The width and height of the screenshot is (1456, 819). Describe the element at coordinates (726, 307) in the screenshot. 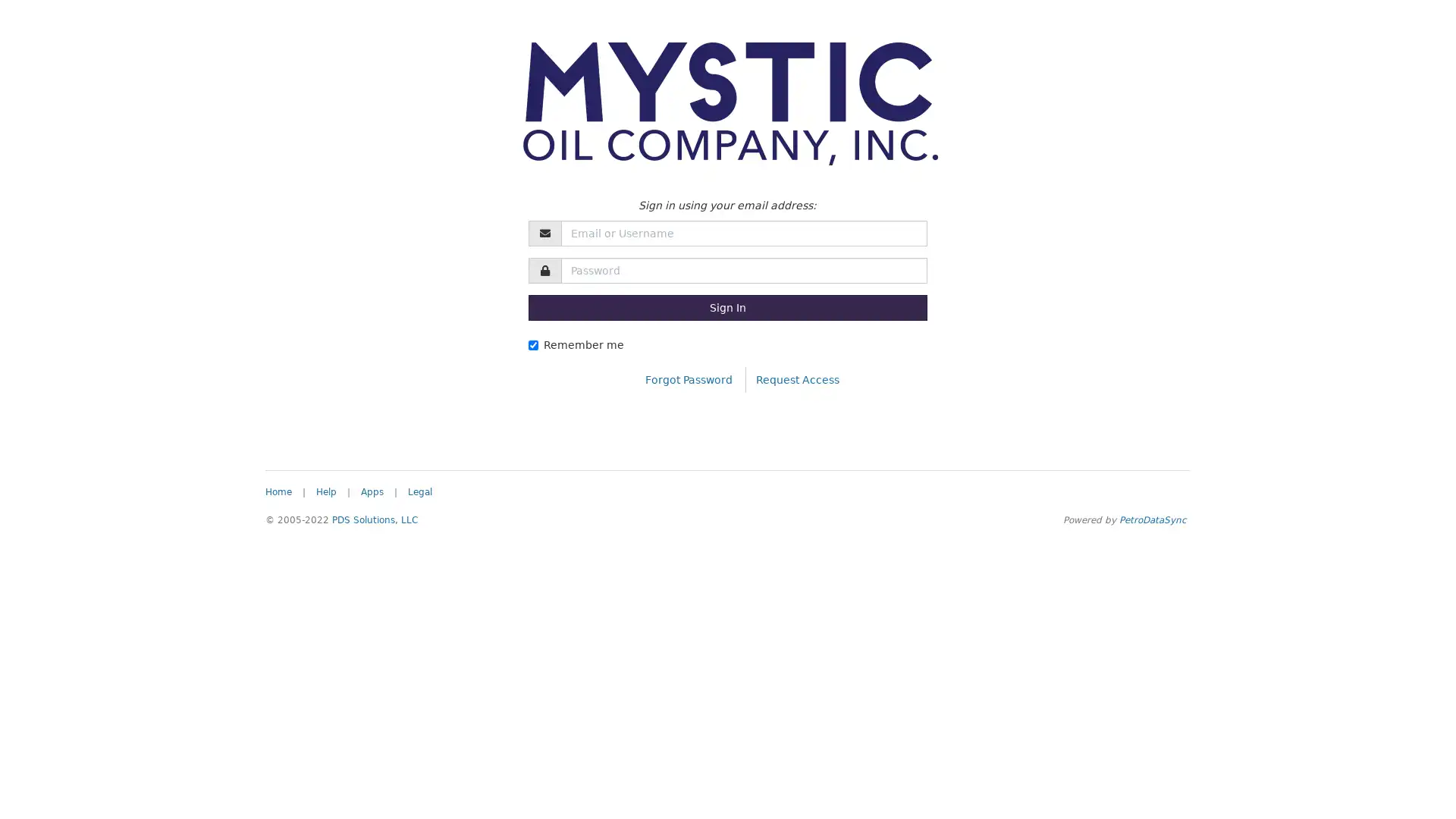

I see `Sign In` at that location.